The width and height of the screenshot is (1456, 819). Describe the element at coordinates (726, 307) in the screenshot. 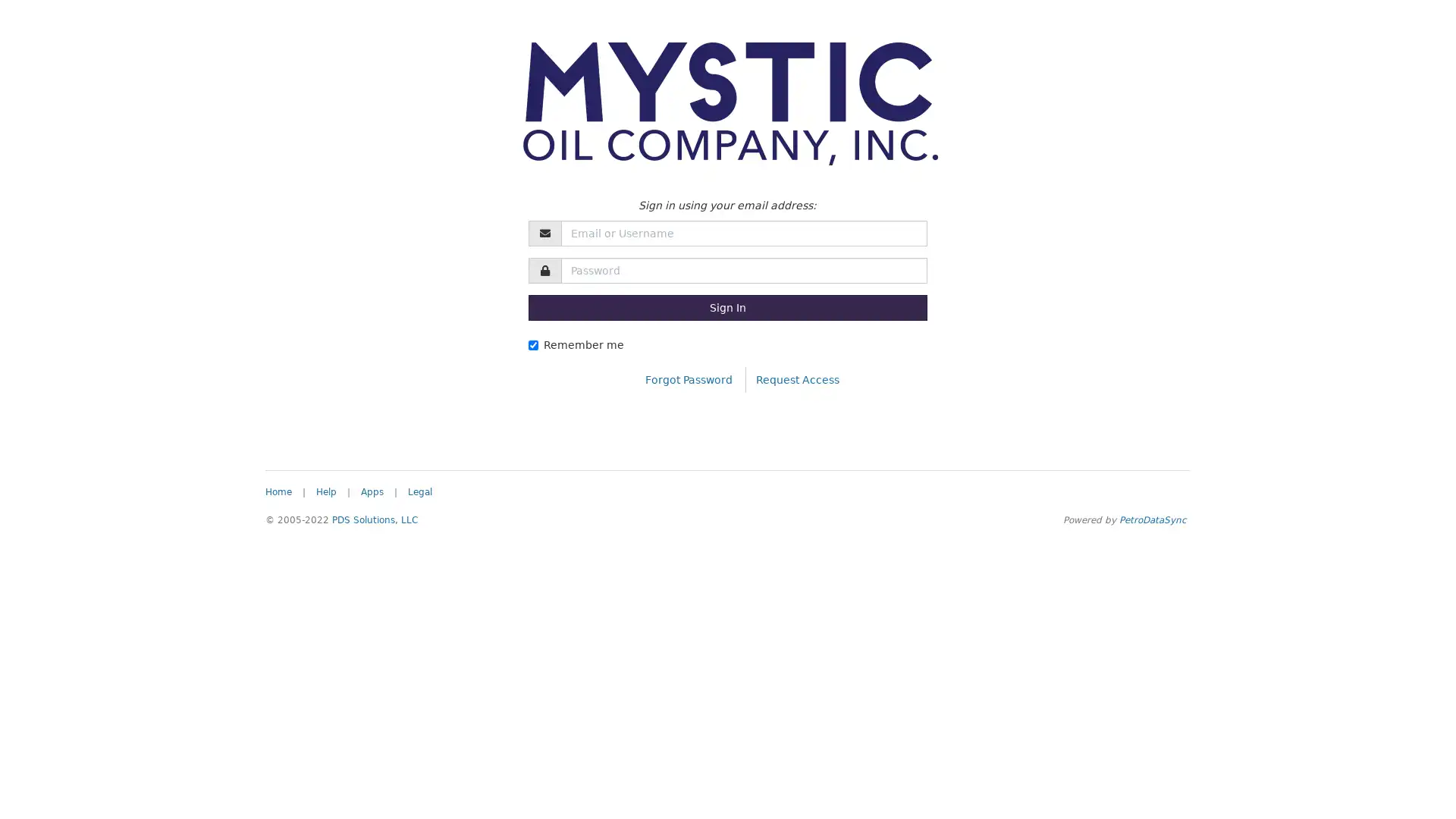

I see `Sign In` at that location.